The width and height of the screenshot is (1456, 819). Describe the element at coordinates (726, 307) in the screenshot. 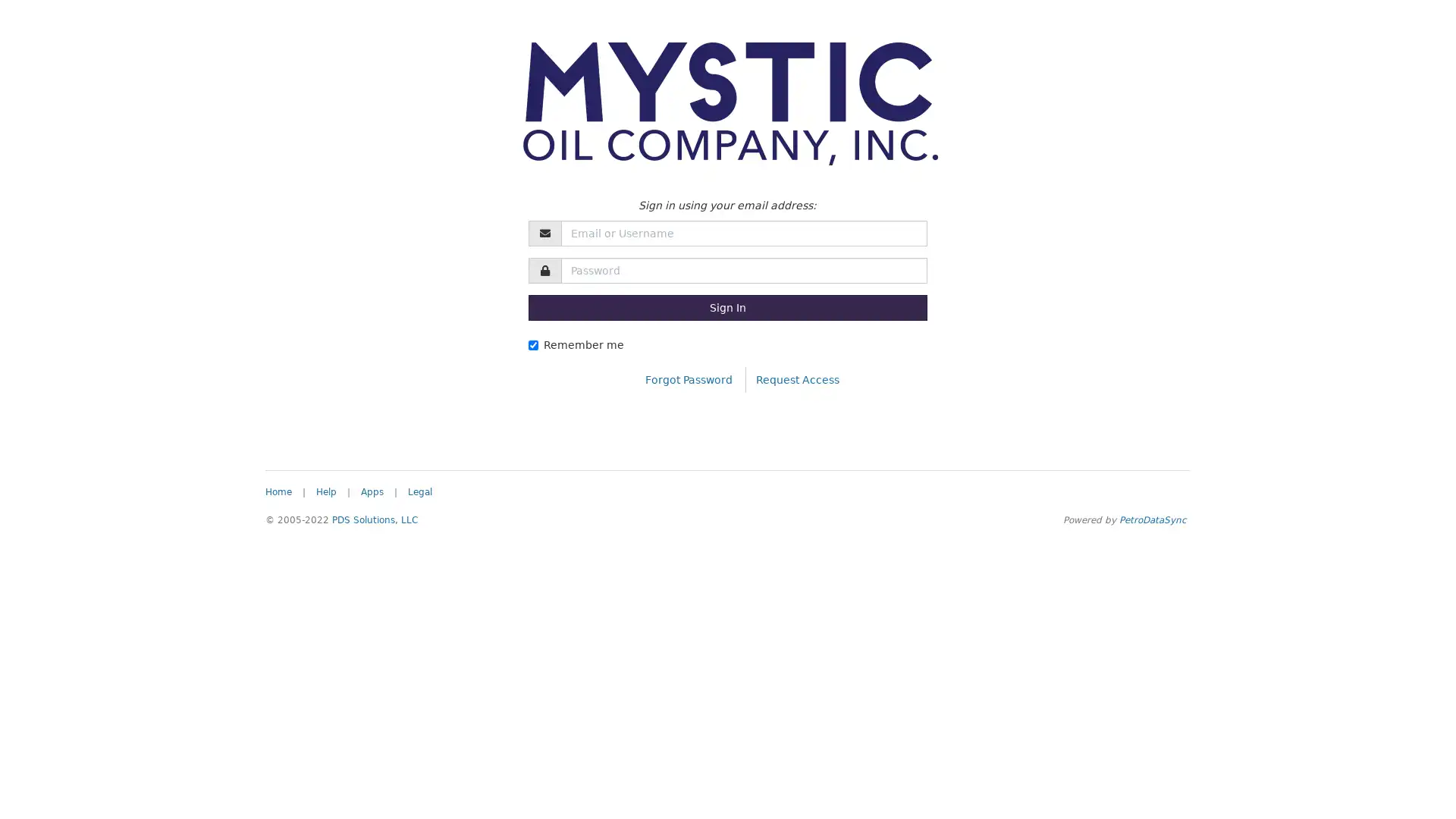

I see `Sign In` at that location.